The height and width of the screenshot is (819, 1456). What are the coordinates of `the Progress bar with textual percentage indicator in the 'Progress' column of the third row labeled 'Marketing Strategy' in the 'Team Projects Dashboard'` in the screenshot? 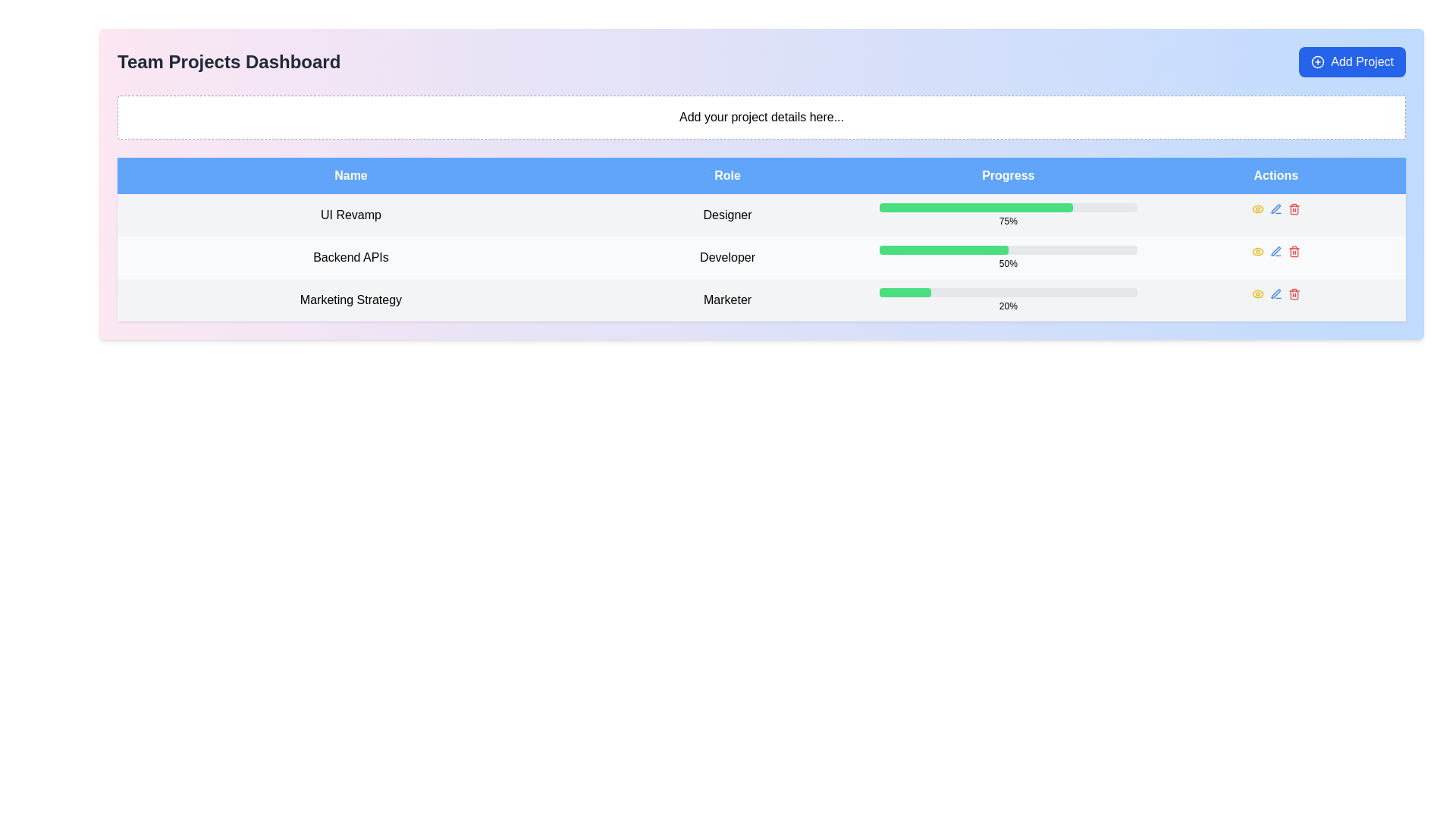 It's located at (1008, 300).